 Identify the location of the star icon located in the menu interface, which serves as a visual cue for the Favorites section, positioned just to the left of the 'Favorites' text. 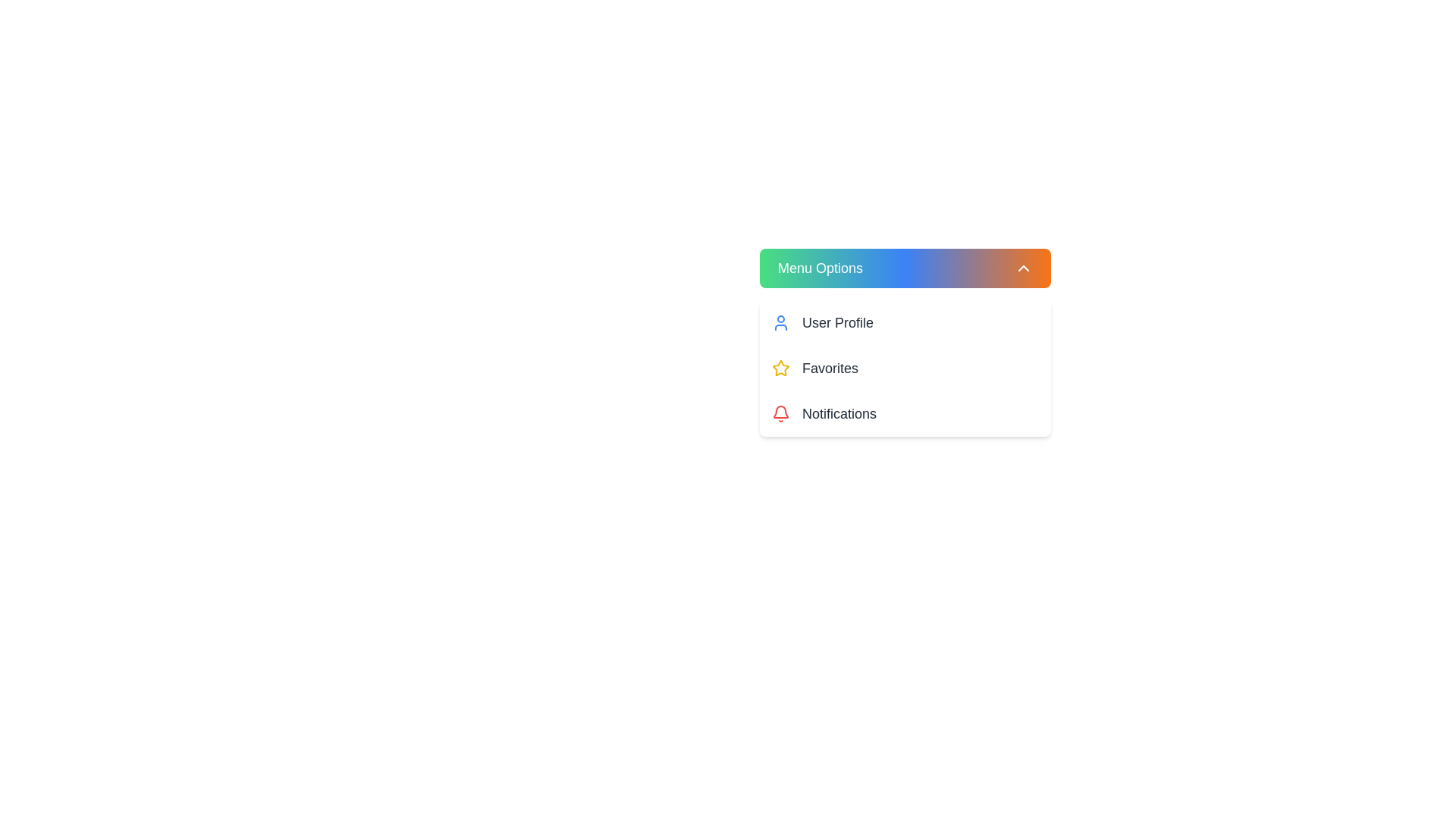
(781, 368).